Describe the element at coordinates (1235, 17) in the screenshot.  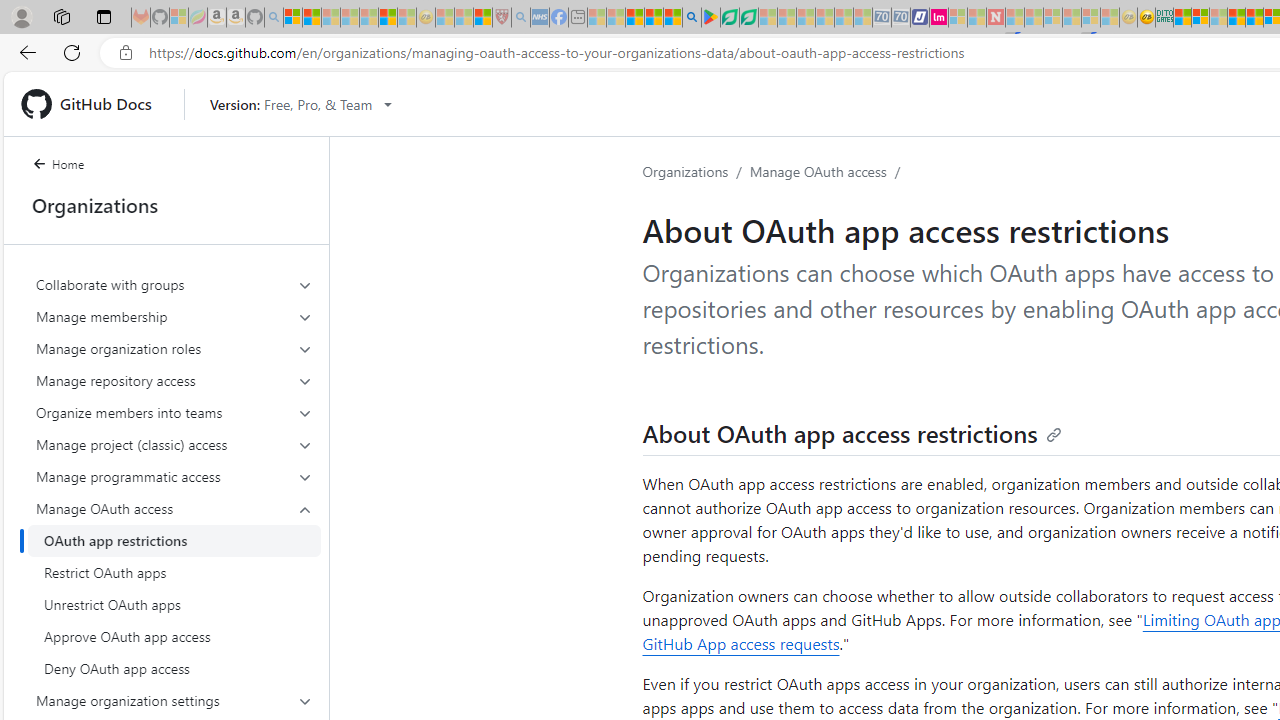
I see `'Expert Portfolios'` at that location.